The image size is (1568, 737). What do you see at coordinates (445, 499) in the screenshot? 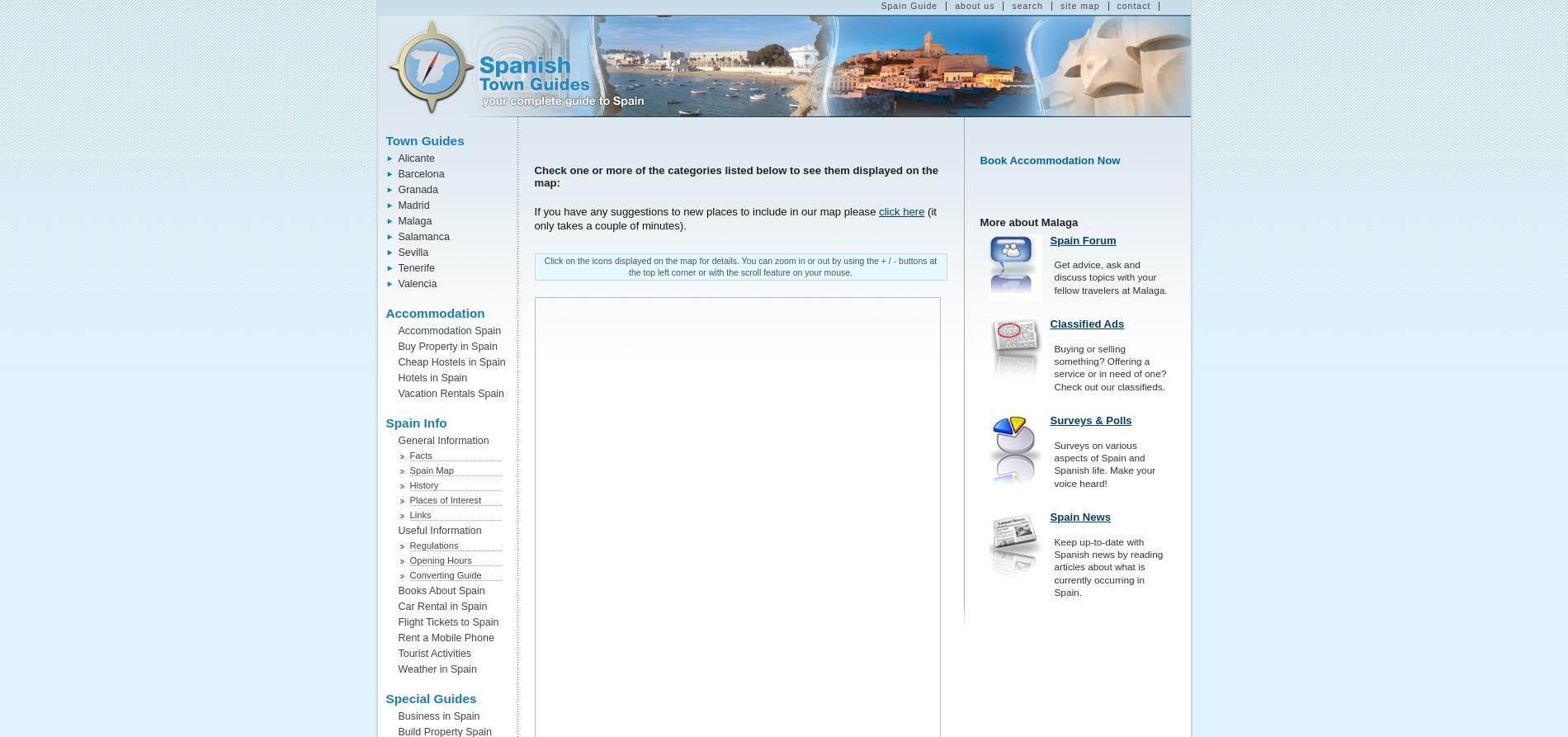
I see `'Places of Interest'` at bounding box center [445, 499].